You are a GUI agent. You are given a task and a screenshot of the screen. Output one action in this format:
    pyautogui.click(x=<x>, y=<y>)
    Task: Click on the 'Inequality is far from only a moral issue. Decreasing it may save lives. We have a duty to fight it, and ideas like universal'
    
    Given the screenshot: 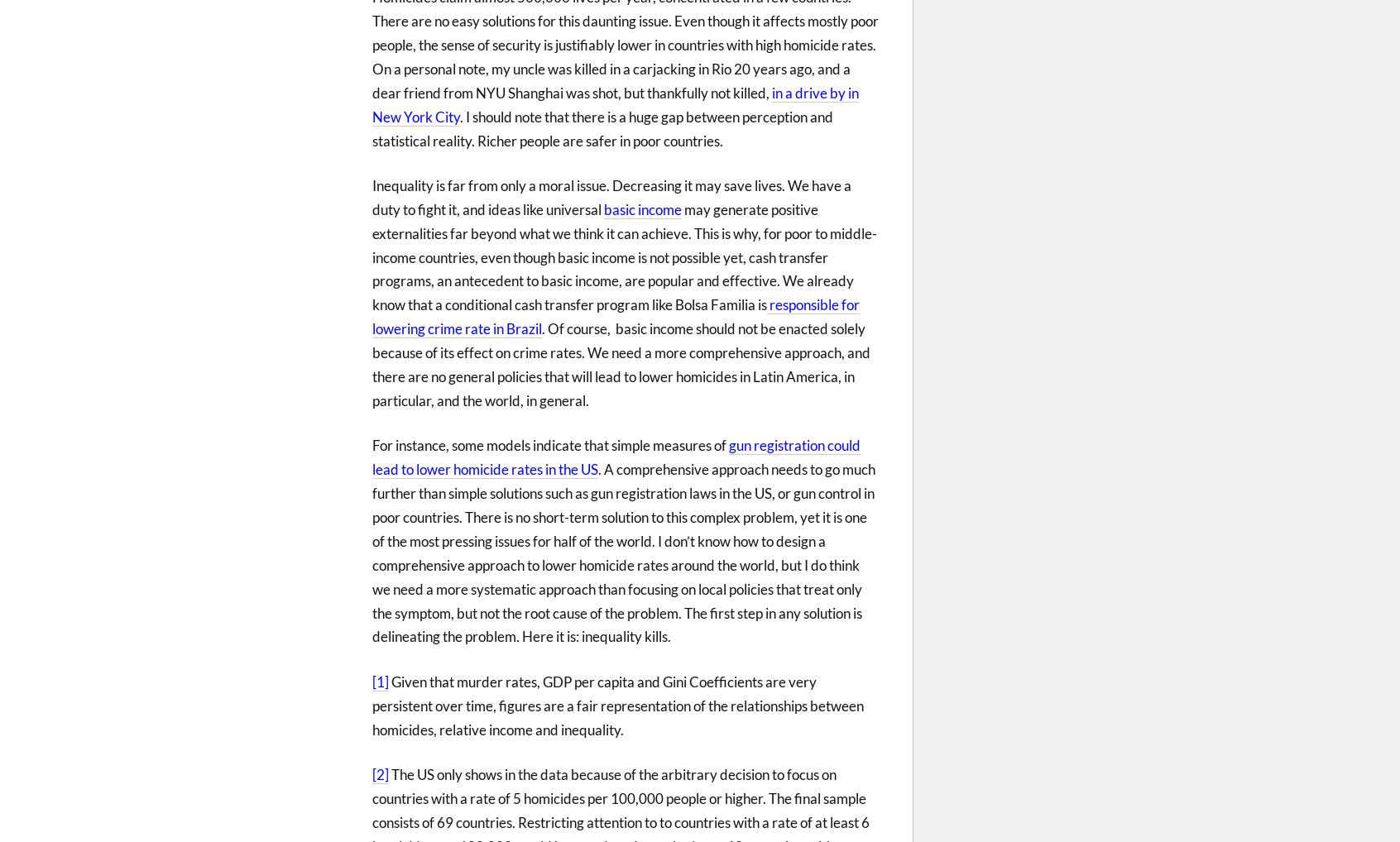 What is the action you would take?
    pyautogui.click(x=611, y=196)
    